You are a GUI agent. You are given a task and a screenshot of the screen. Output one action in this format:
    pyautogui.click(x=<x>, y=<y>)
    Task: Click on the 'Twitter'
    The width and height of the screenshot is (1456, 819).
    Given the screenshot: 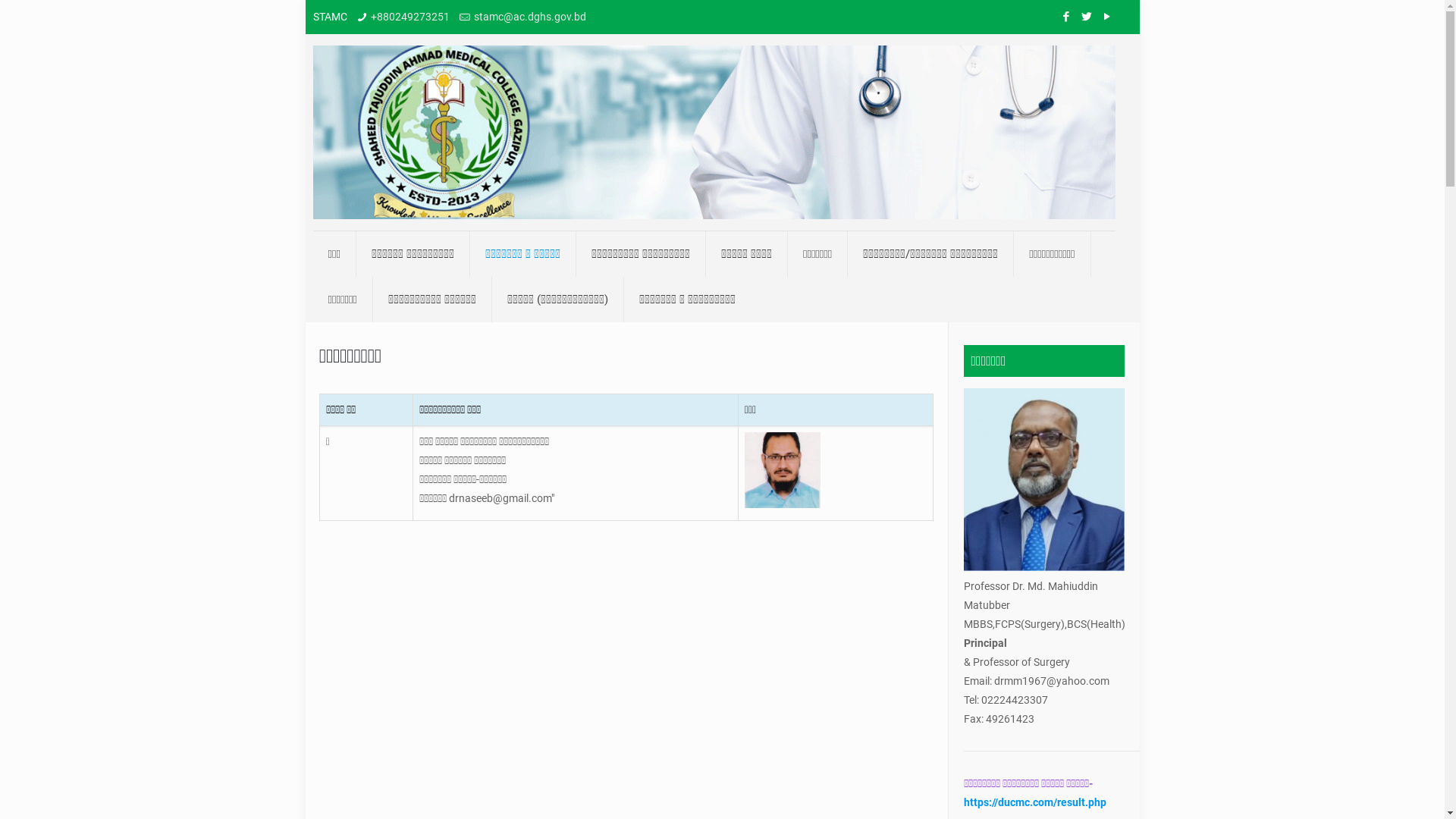 What is the action you would take?
    pyautogui.click(x=1086, y=17)
    